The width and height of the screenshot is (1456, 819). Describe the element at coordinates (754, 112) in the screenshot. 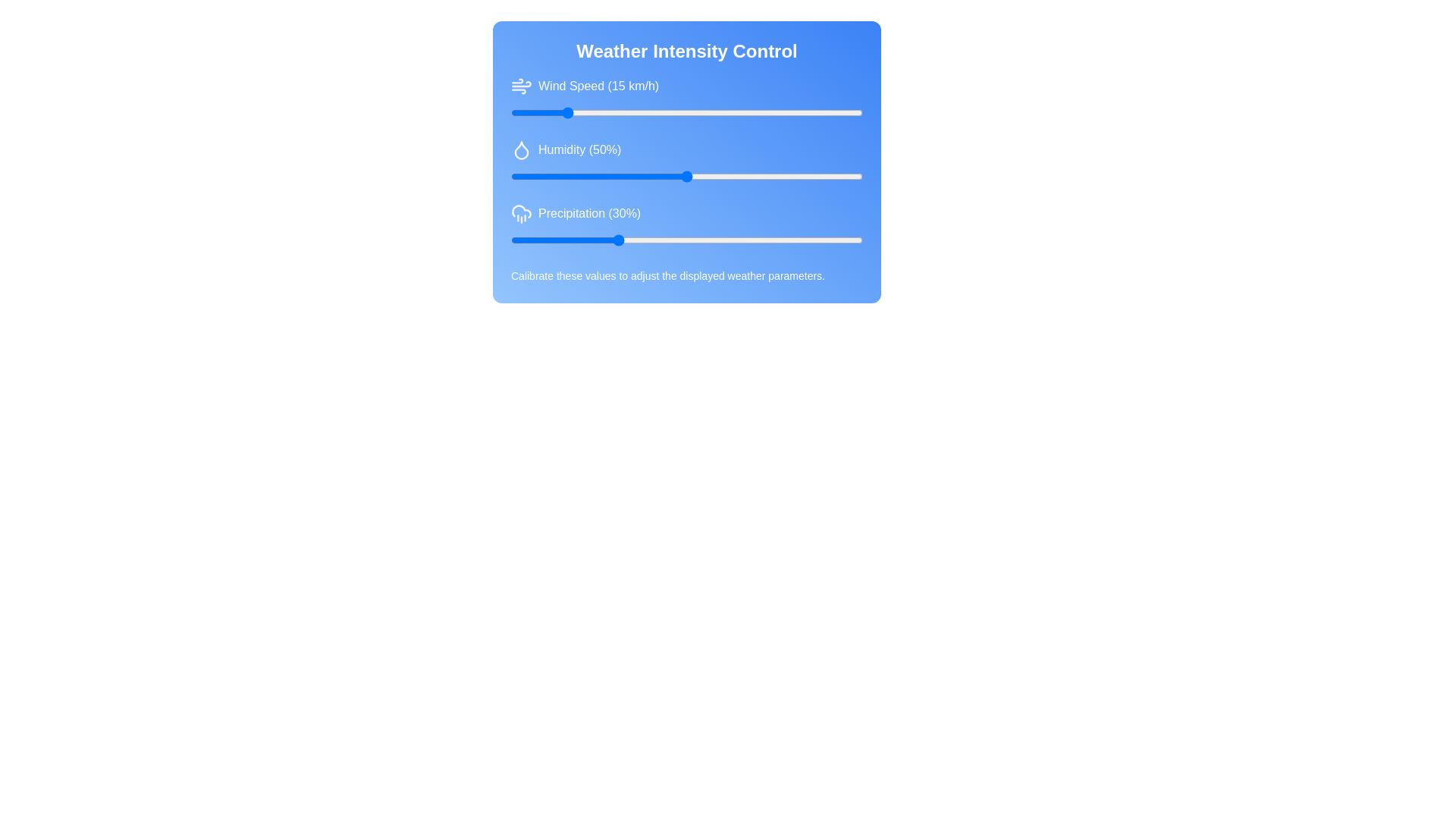

I see `the wind speed` at that location.